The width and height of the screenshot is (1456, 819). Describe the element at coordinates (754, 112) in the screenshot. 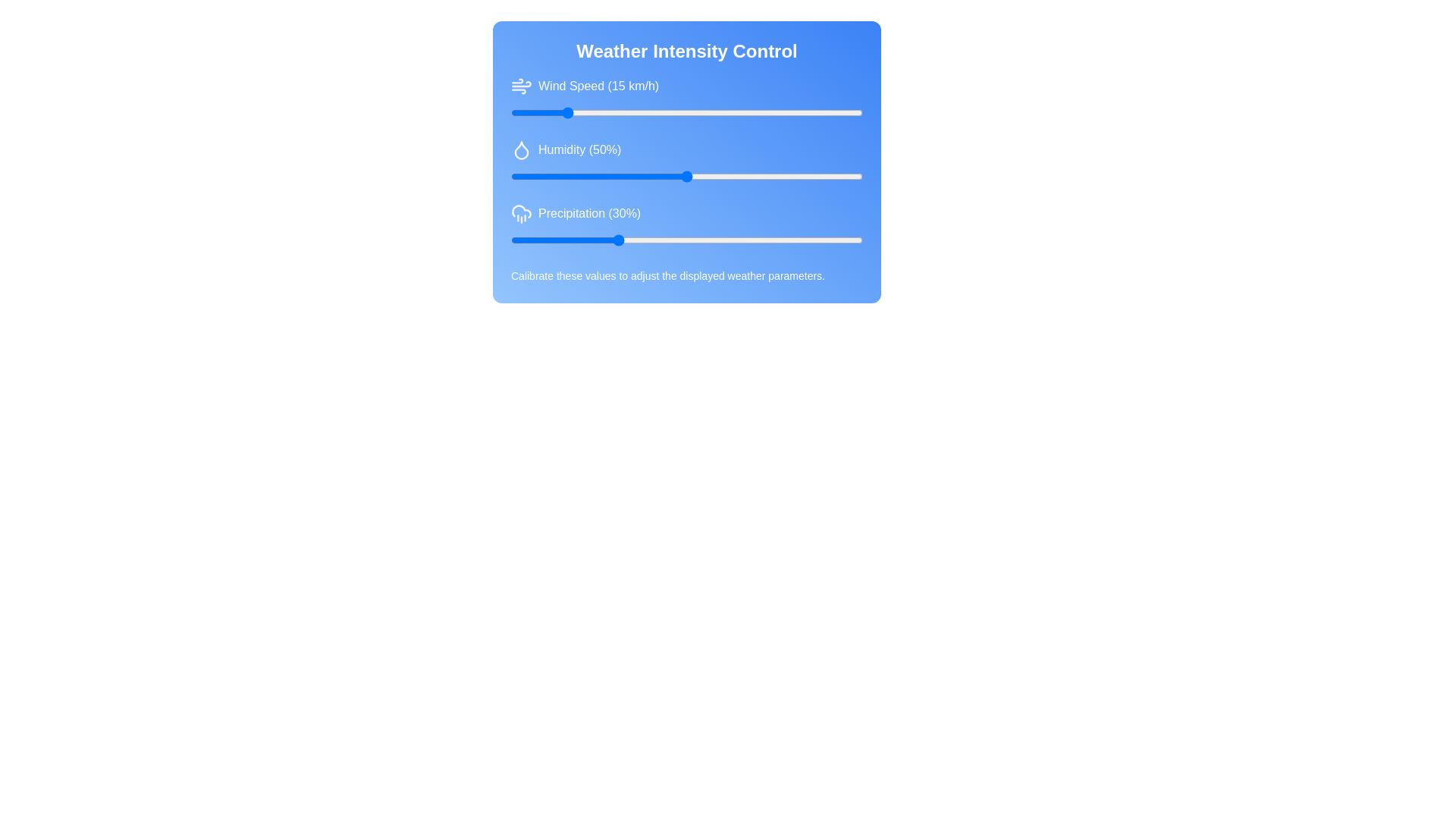

I see `the wind speed` at that location.